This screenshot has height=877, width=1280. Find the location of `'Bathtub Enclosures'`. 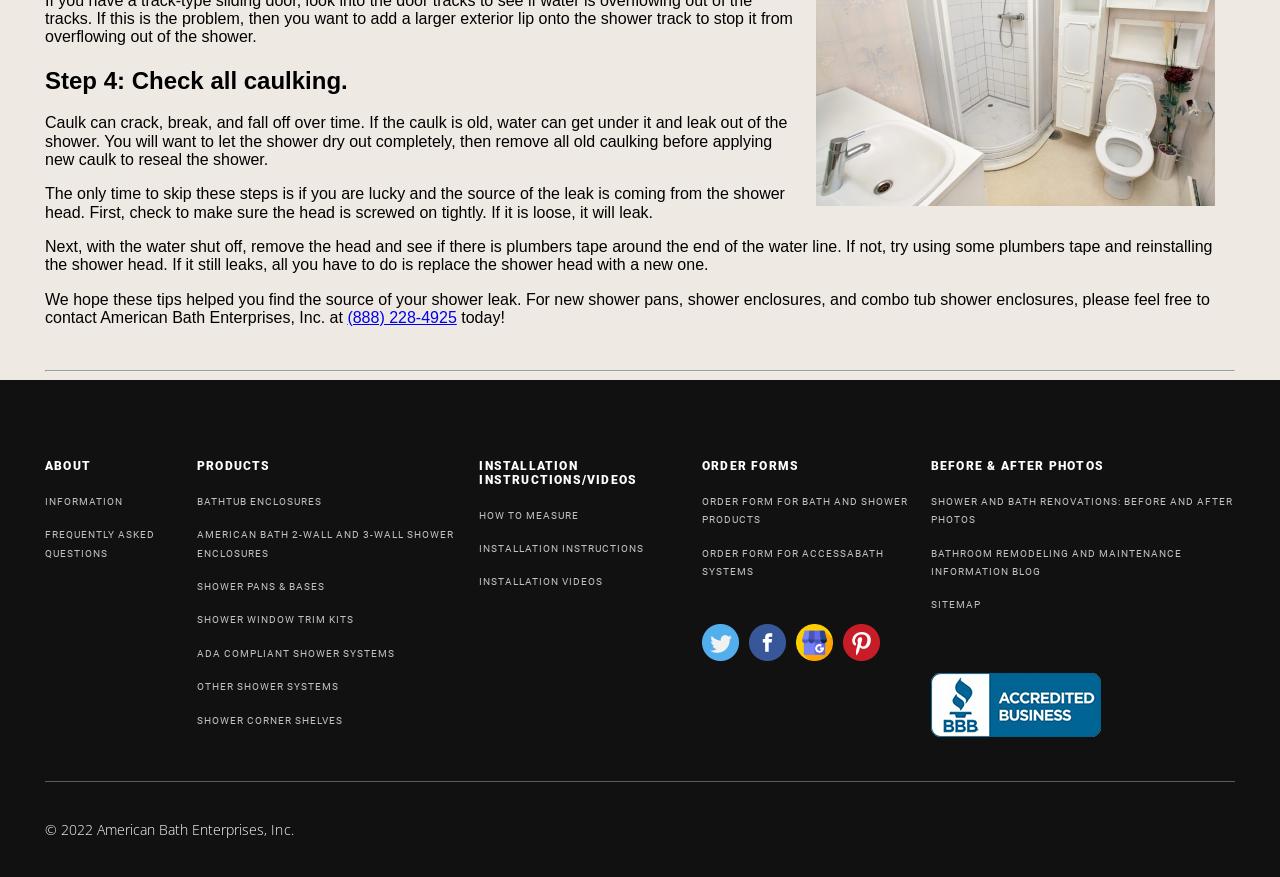

'Bathtub Enclosures' is located at coordinates (258, 499).